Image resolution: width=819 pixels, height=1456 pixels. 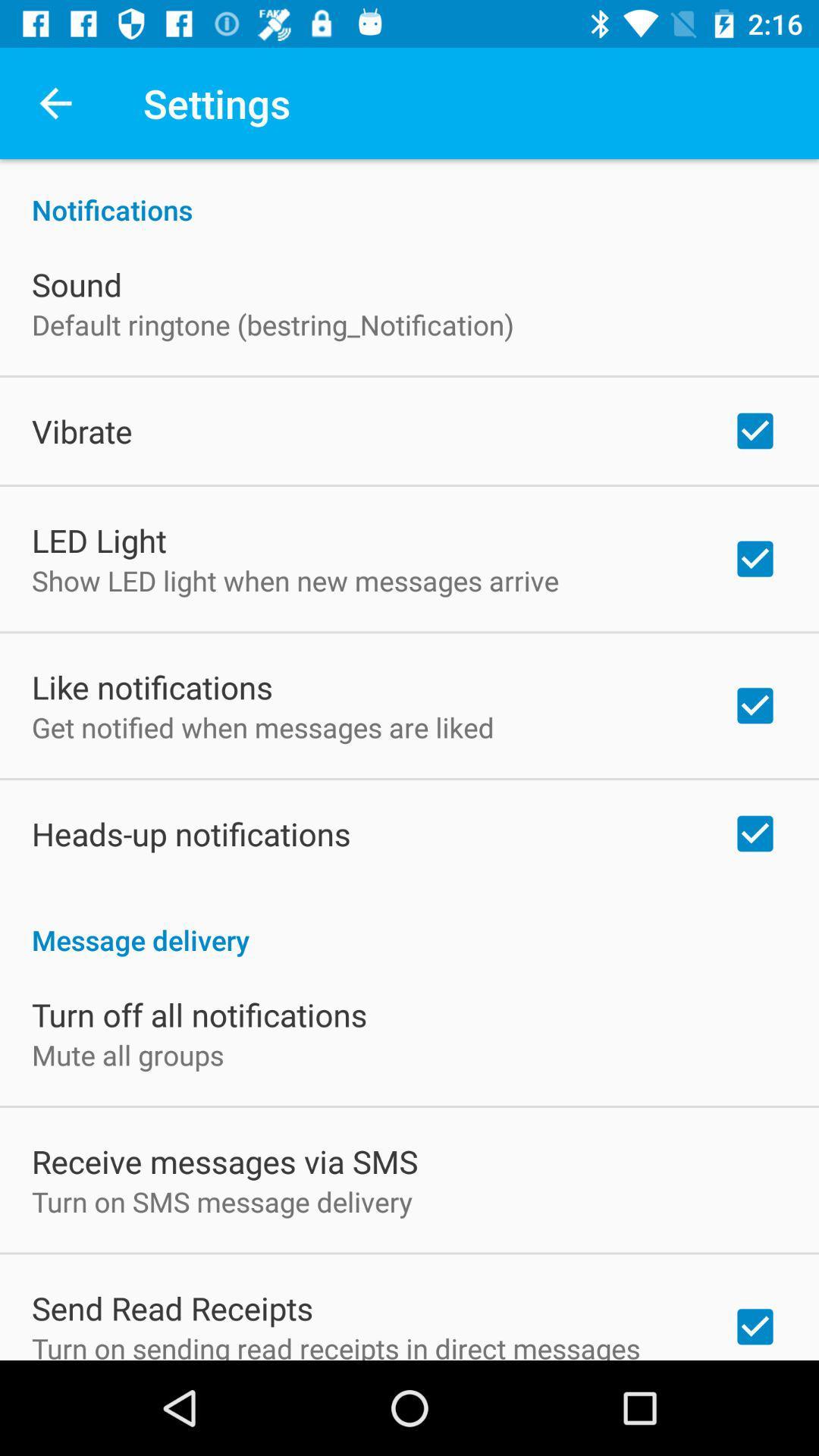 I want to click on the vibrate icon, so click(x=82, y=430).